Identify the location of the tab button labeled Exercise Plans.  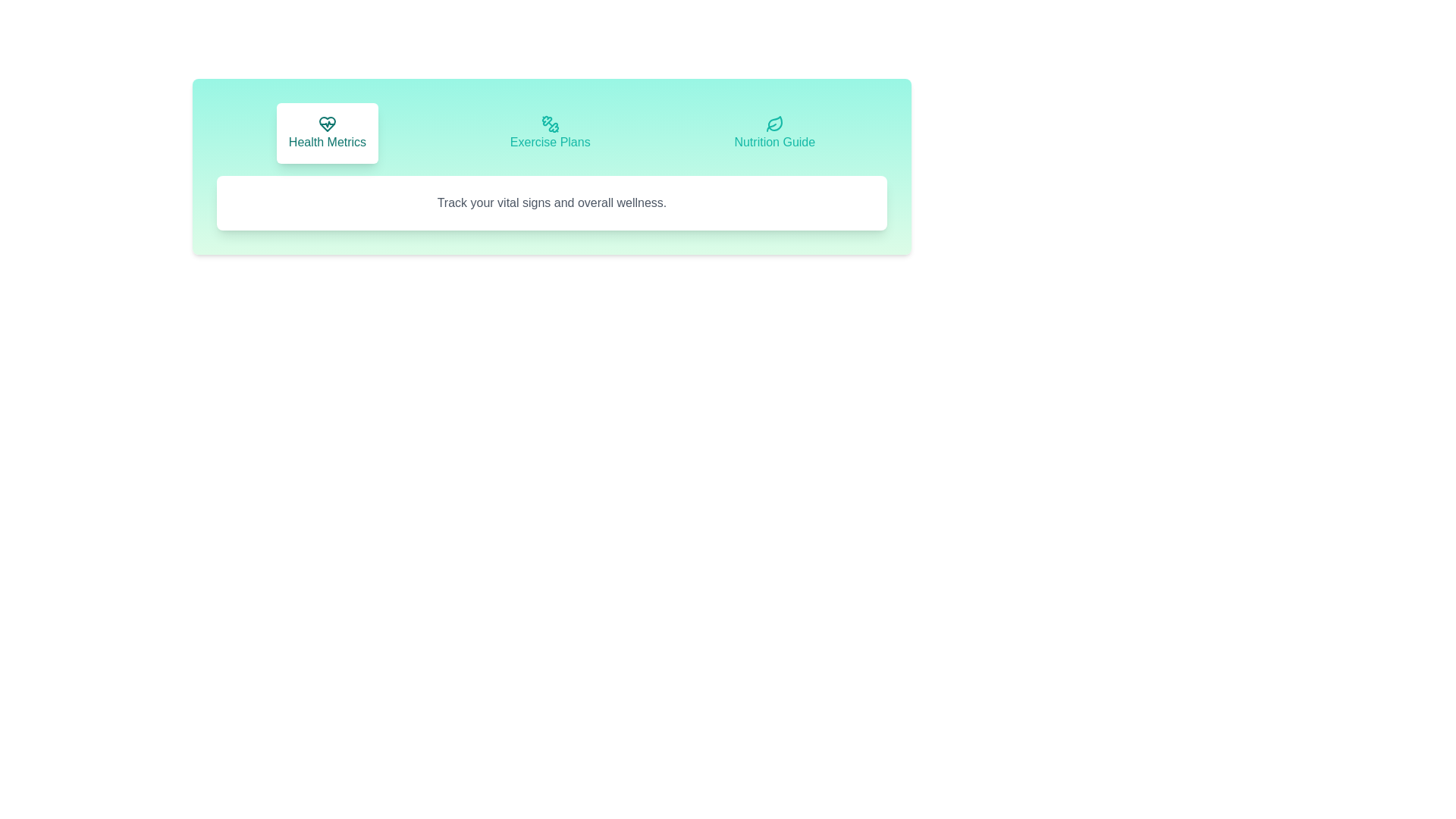
(549, 133).